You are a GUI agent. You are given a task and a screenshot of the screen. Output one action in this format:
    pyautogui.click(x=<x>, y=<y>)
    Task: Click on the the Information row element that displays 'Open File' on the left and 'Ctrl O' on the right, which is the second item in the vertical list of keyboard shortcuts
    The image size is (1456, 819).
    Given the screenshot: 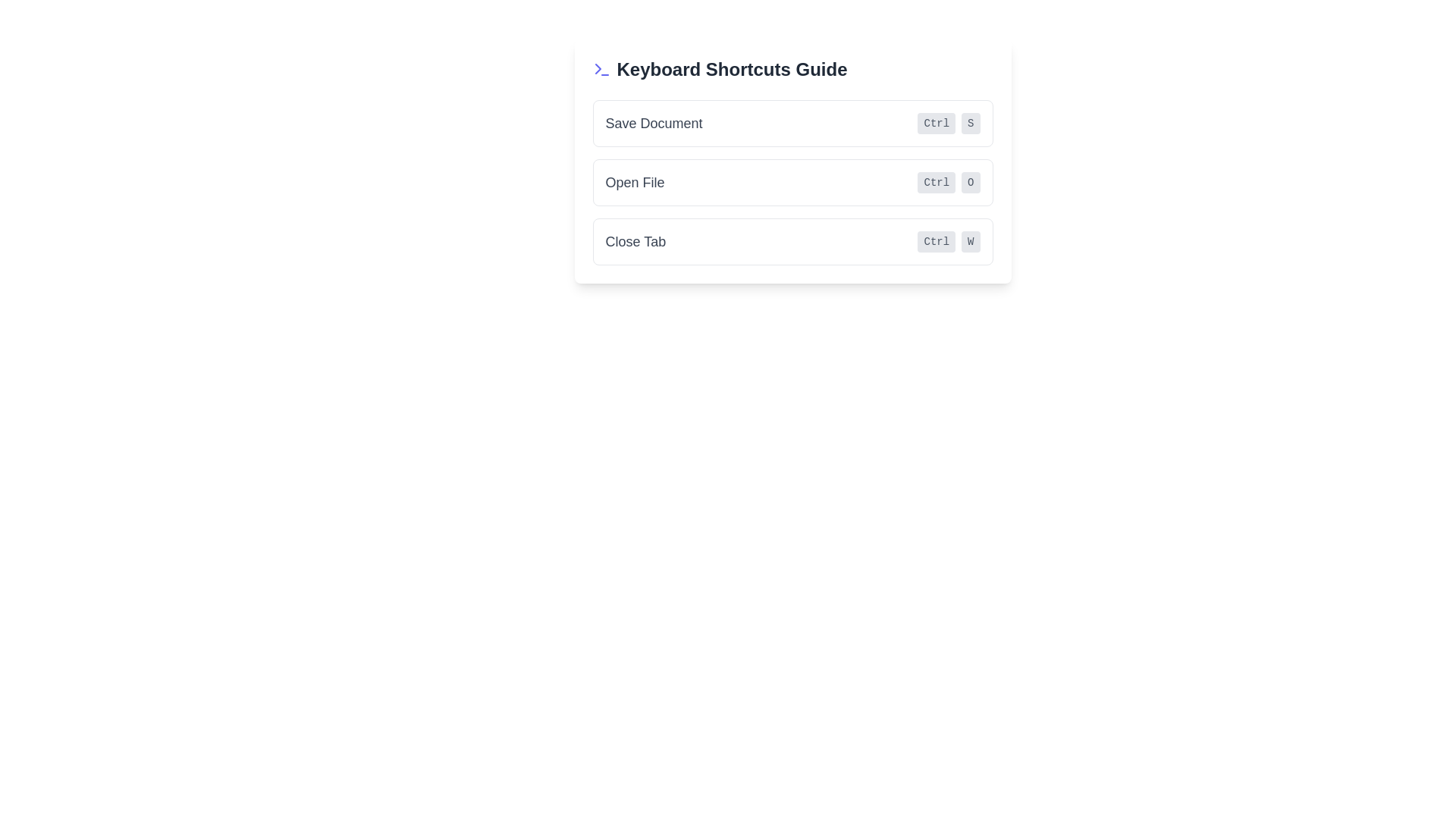 What is the action you would take?
    pyautogui.click(x=792, y=181)
    